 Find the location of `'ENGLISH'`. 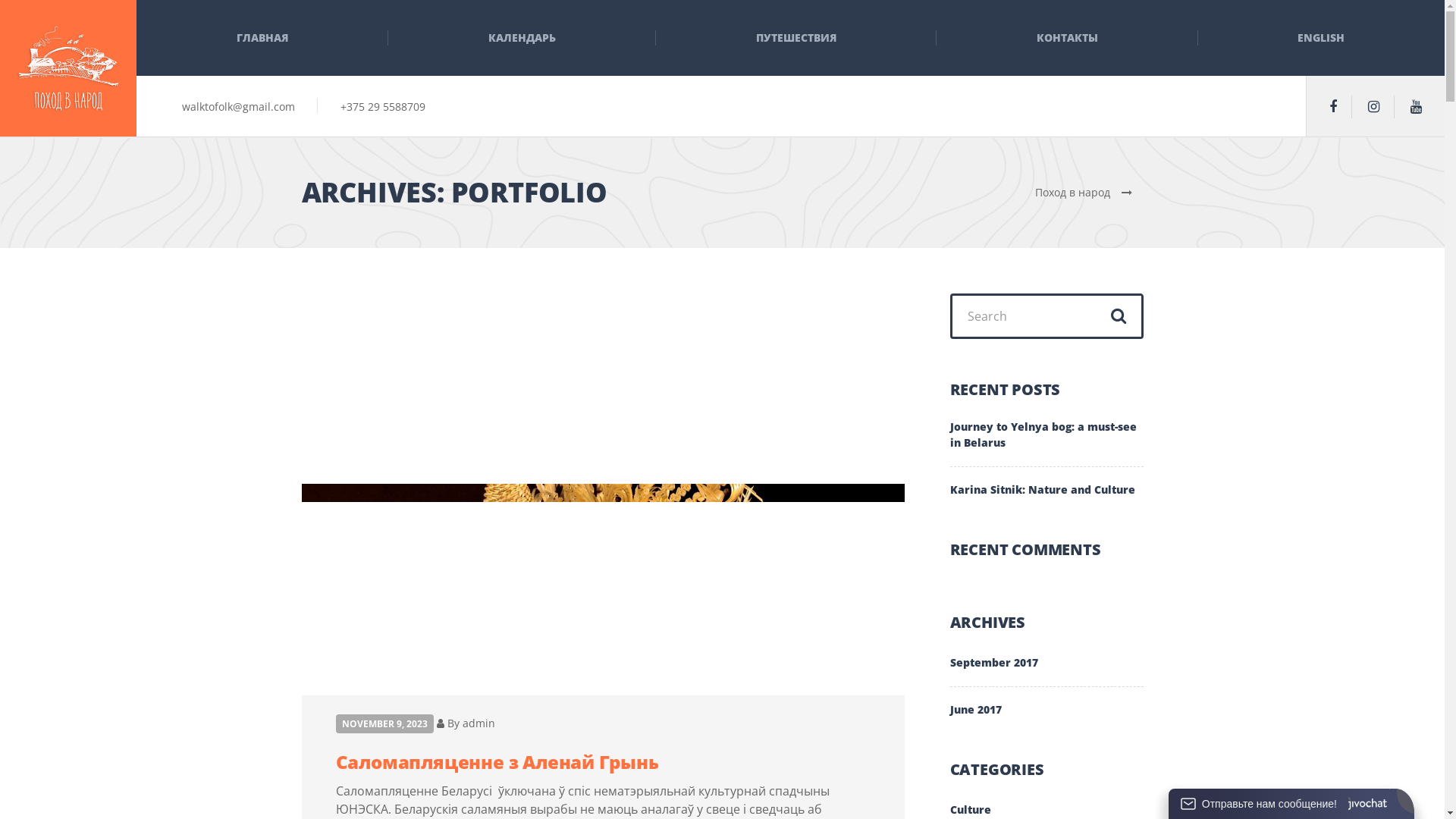

'ENGLISH' is located at coordinates (1320, 37).